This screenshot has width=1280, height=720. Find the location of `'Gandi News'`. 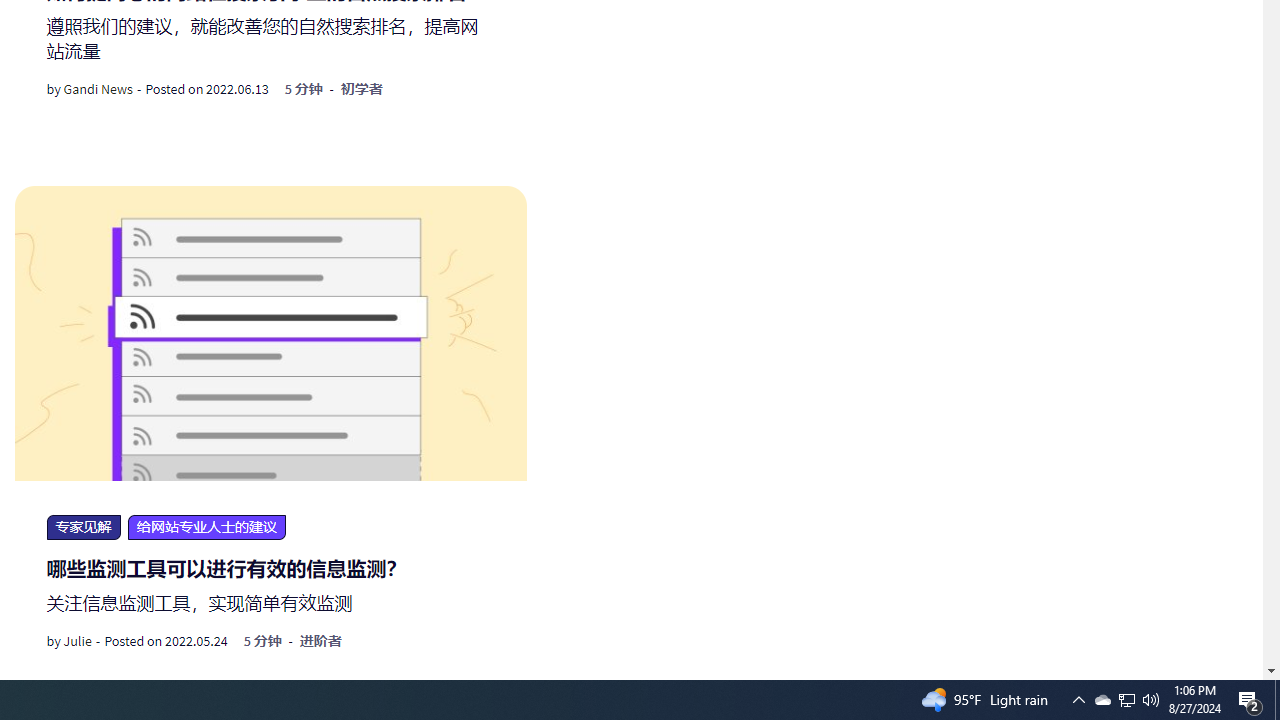

'Gandi News' is located at coordinates (96, 88).